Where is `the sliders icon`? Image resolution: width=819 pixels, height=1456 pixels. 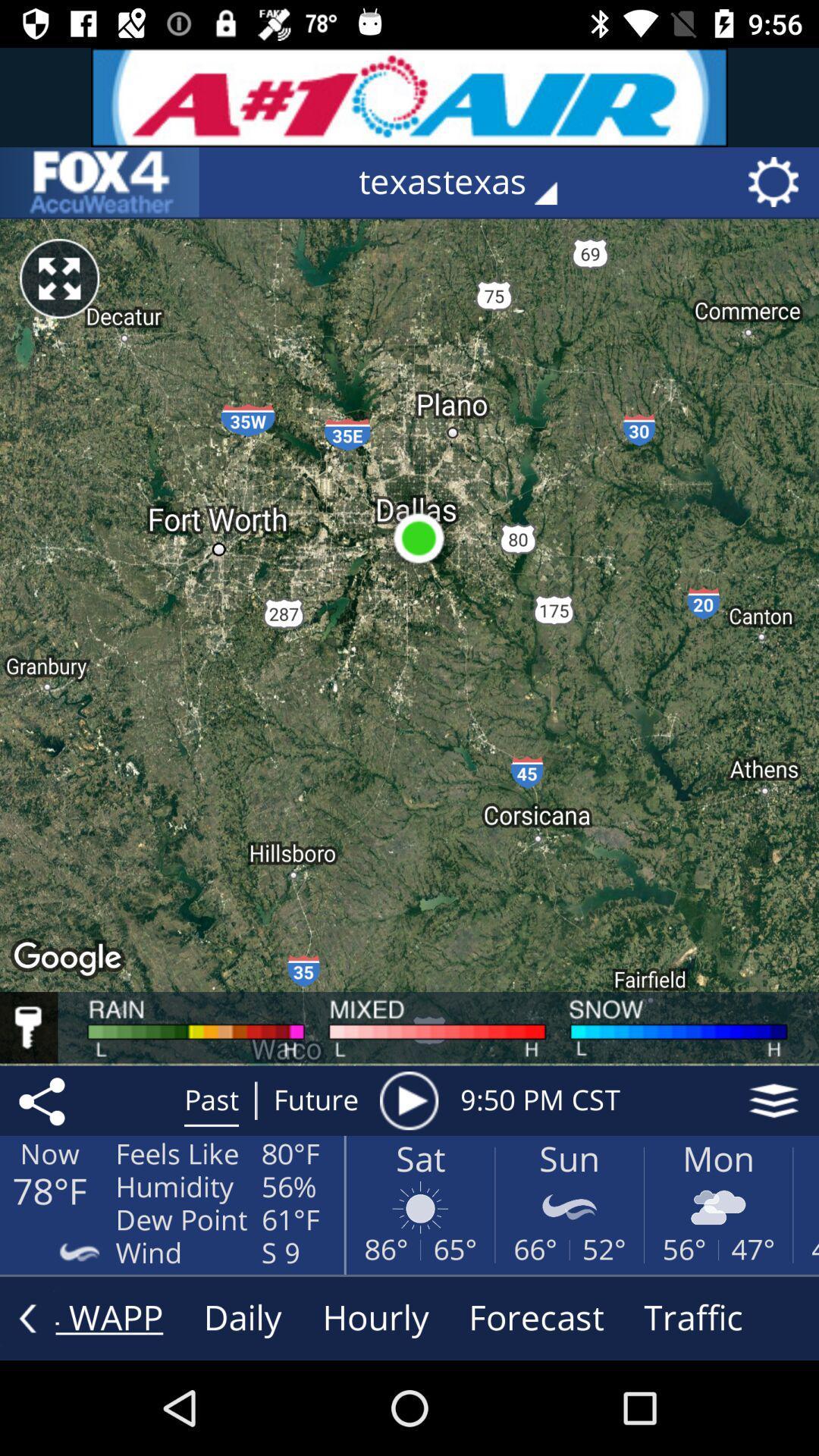
the sliders icon is located at coordinates (99, 182).